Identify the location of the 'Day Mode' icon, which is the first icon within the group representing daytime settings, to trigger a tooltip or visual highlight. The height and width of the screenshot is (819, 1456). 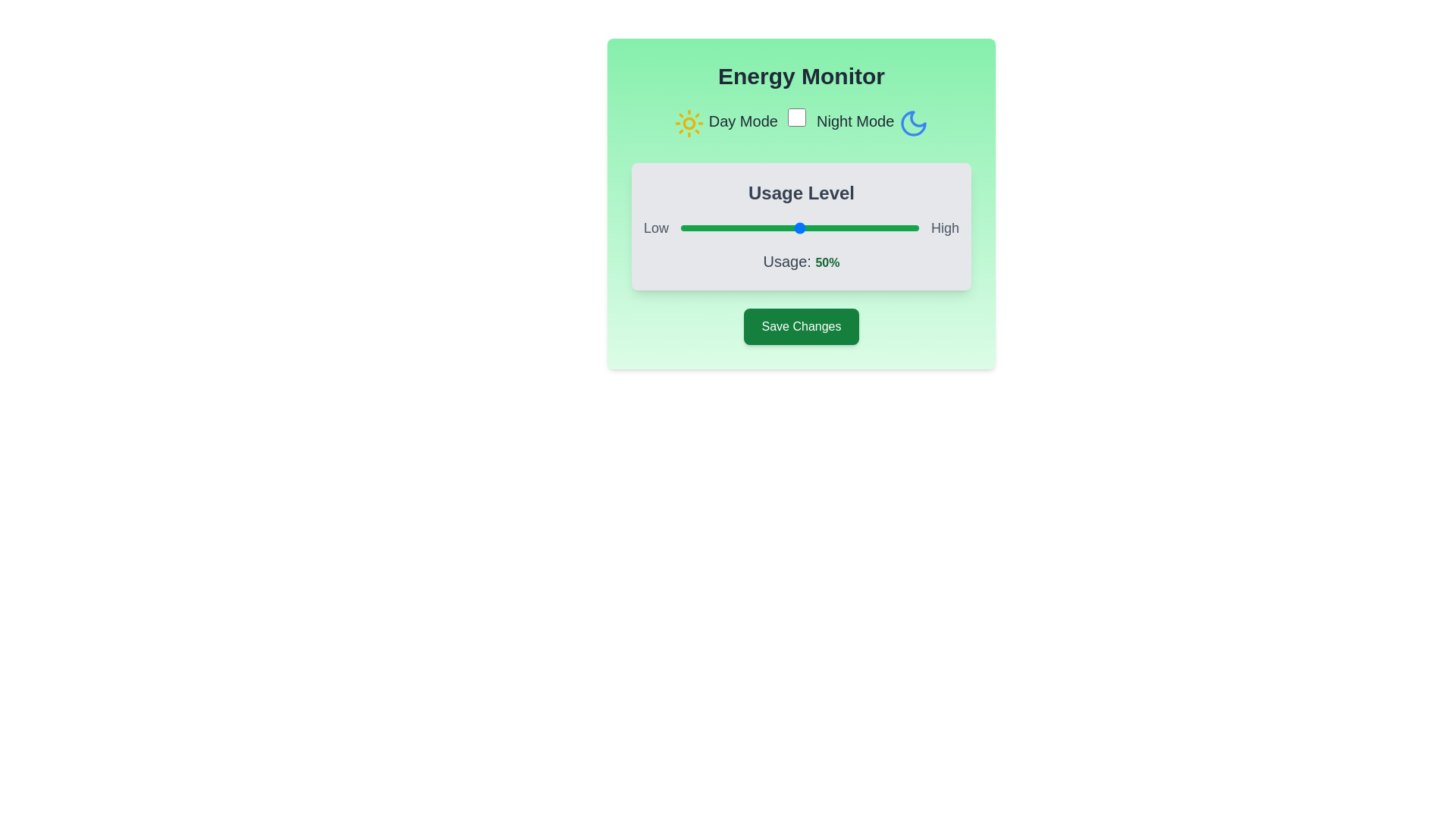
(689, 122).